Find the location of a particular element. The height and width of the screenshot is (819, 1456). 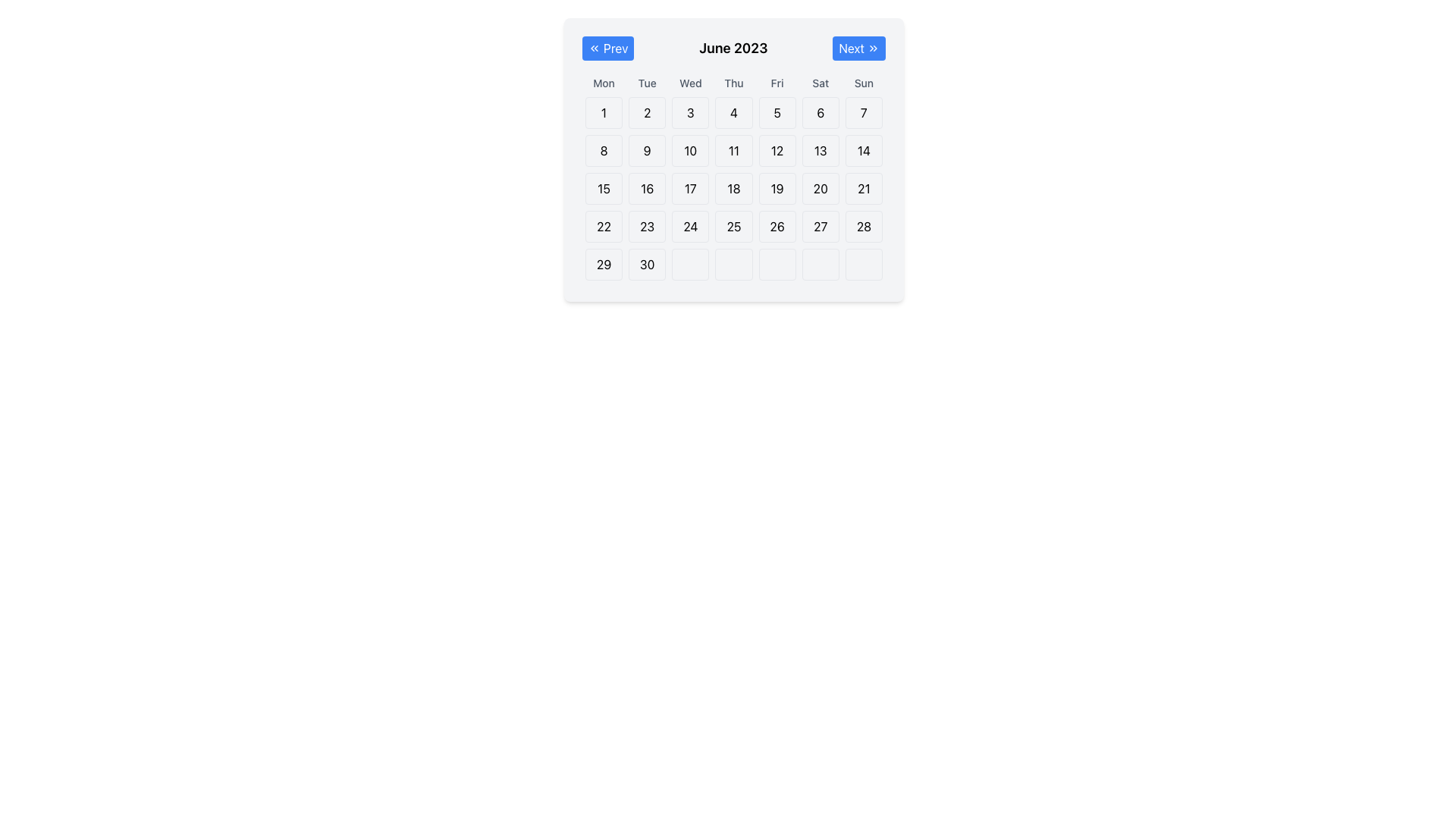

the button representing the date '11' in the calendar interface is located at coordinates (734, 151).